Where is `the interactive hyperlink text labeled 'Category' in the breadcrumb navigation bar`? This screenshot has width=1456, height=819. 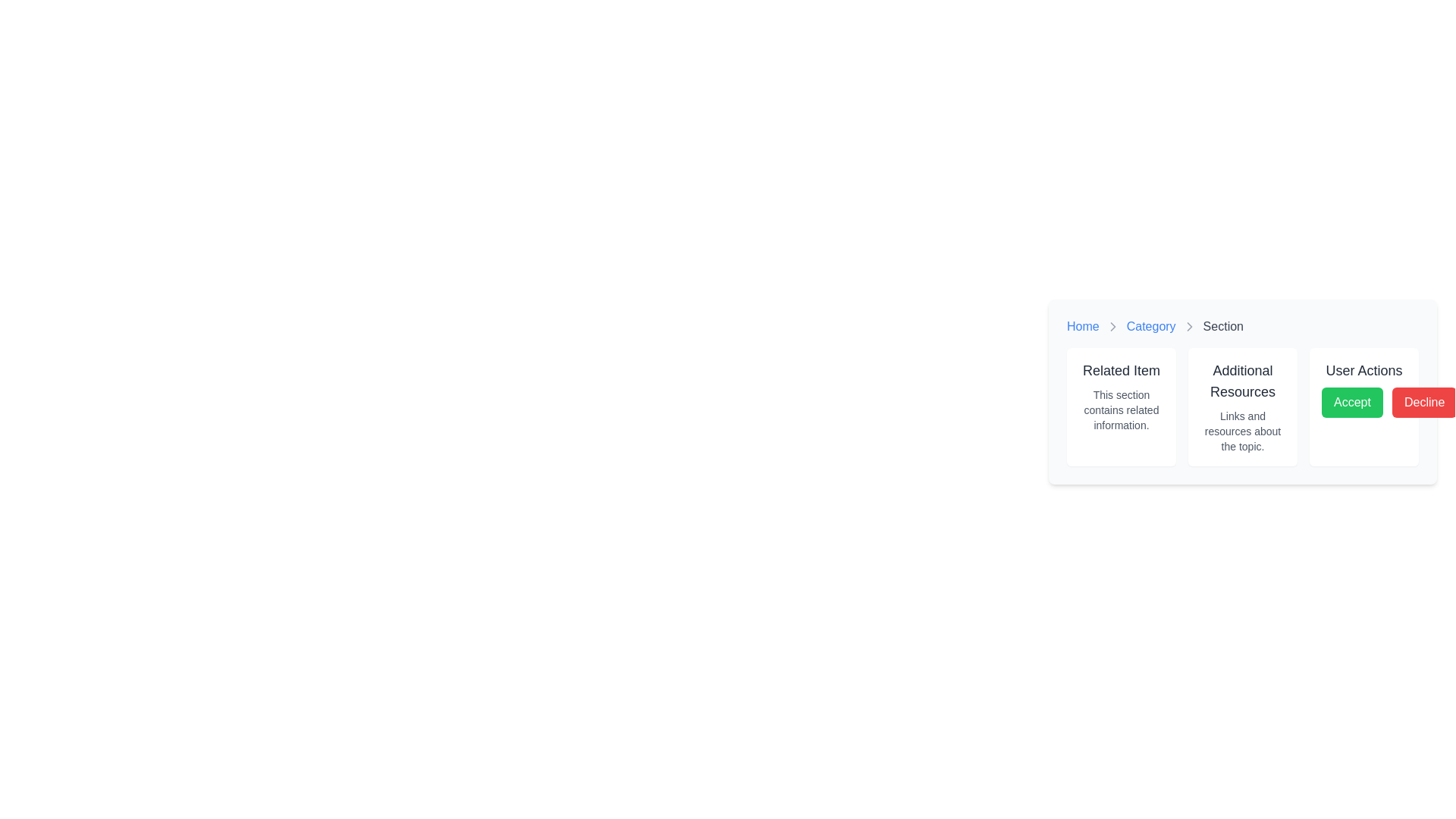
the interactive hyperlink text labeled 'Category' in the breadcrumb navigation bar is located at coordinates (1151, 326).